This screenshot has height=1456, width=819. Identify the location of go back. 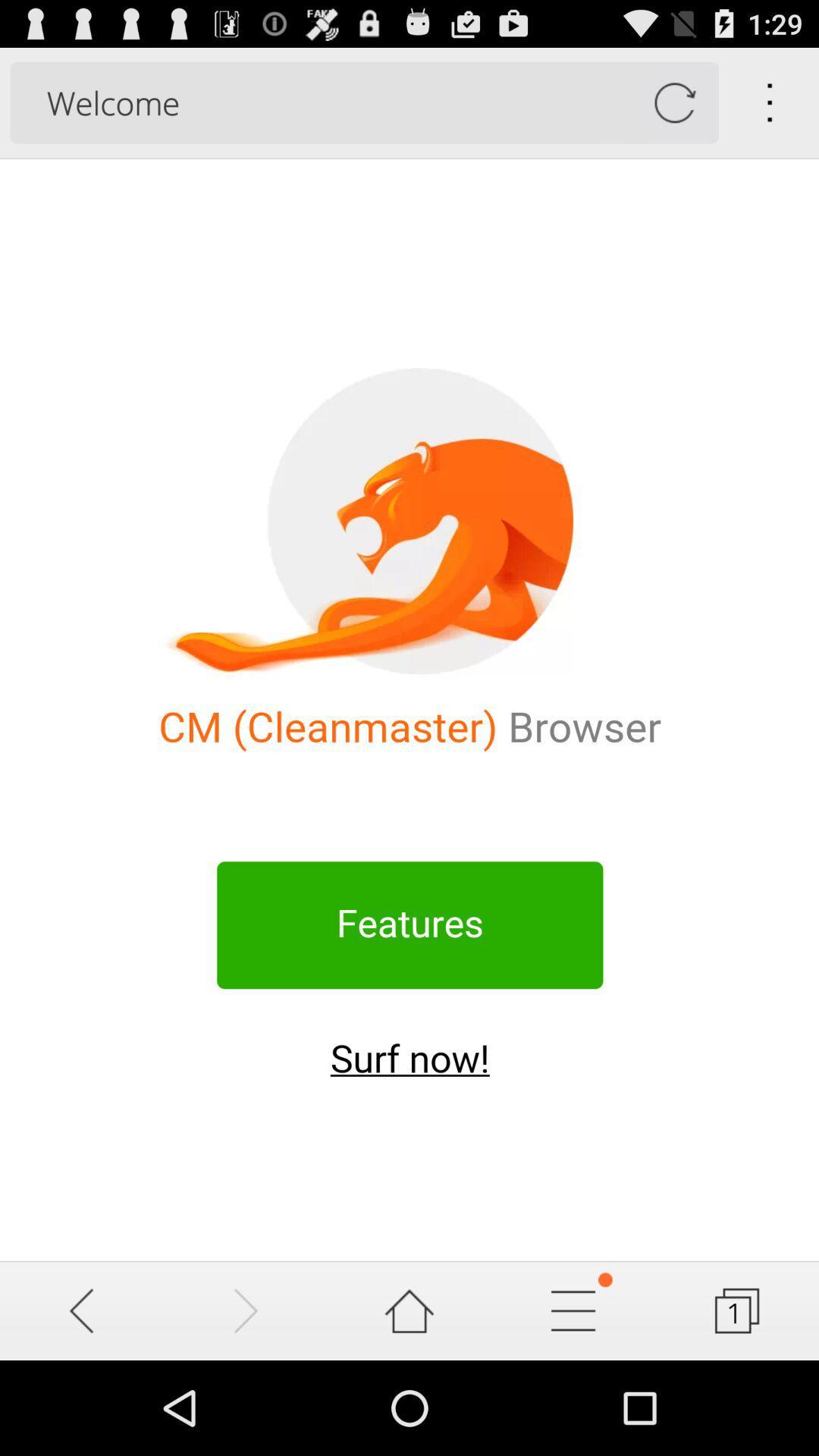
(82, 1310).